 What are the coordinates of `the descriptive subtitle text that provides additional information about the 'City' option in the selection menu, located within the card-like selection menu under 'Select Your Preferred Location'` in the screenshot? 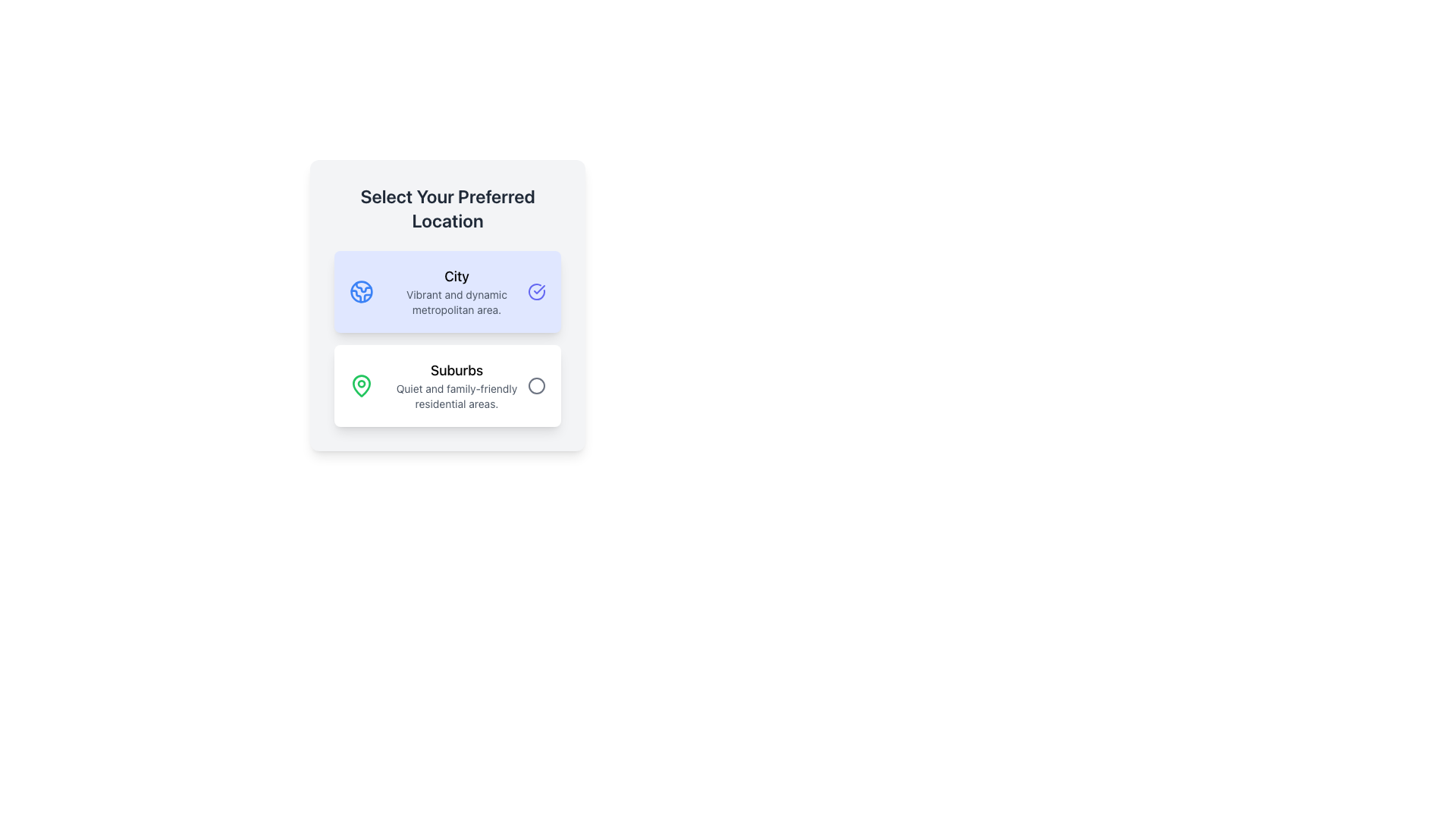 It's located at (456, 302).